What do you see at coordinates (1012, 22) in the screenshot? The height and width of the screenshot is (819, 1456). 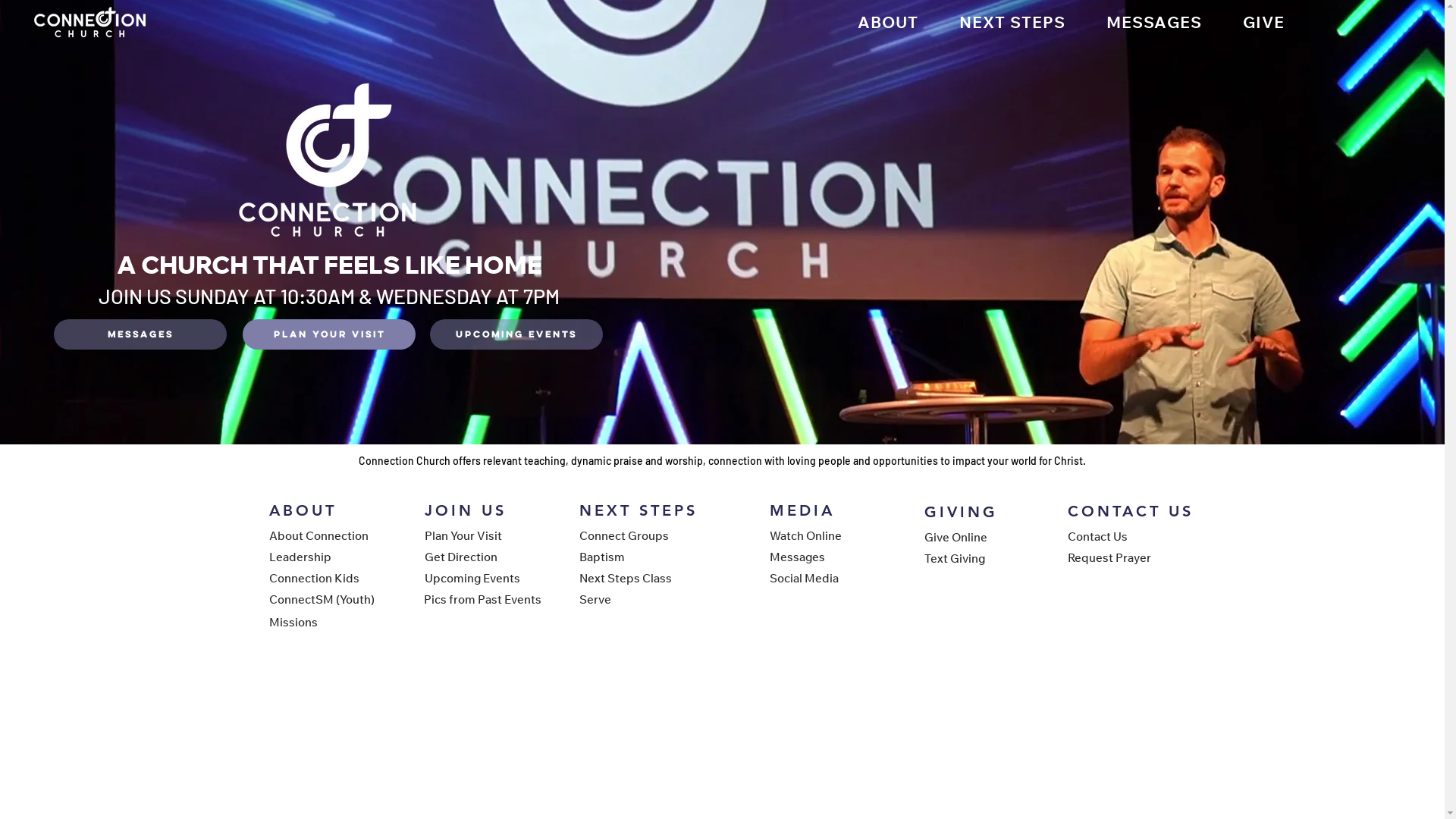 I see `'NEXT STEPS'` at bounding box center [1012, 22].